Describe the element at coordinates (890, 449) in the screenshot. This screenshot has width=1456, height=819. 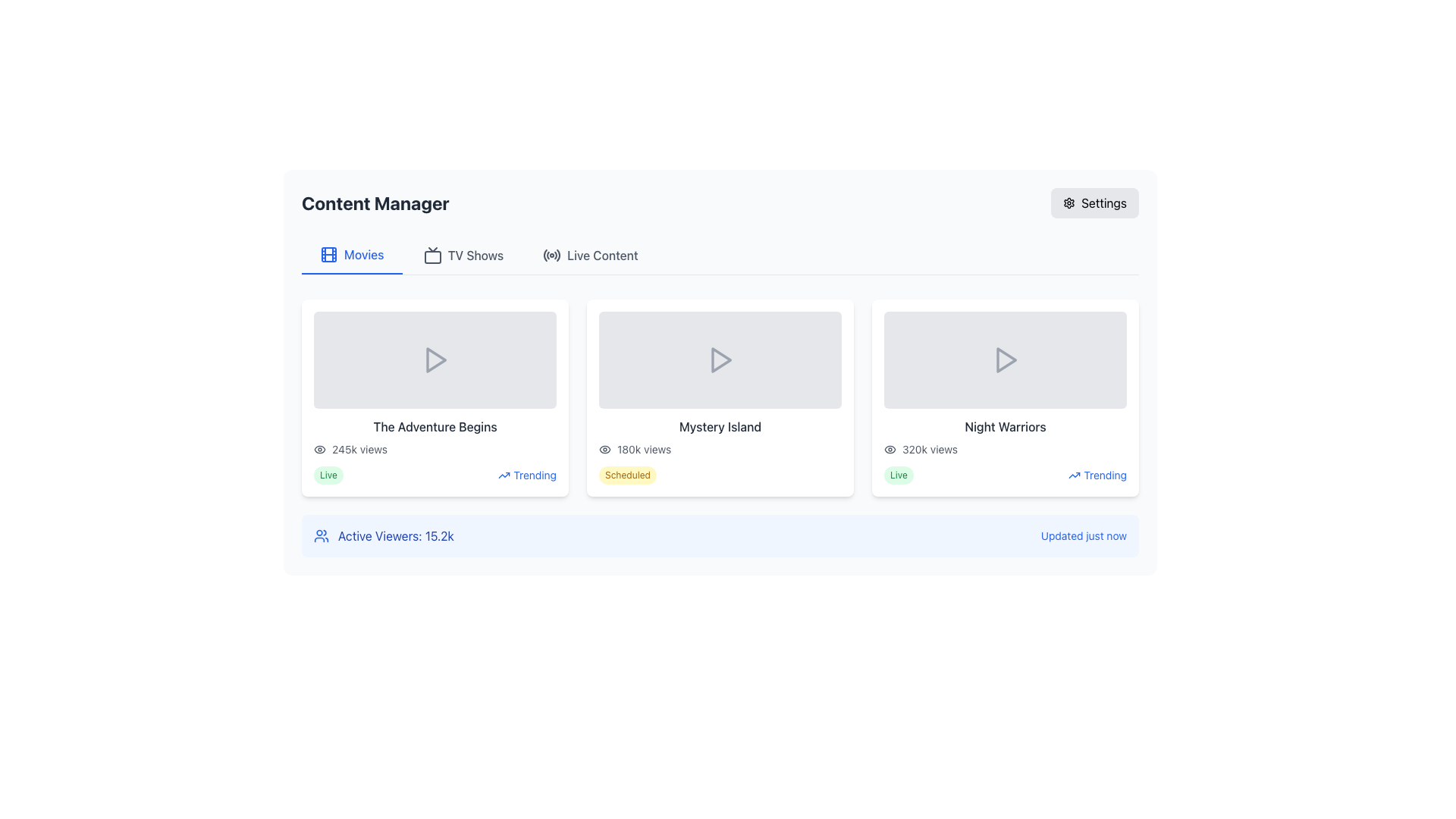
I see `the eye icon located to the left of the '320k views' text in the rightmost card of the second row` at that location.